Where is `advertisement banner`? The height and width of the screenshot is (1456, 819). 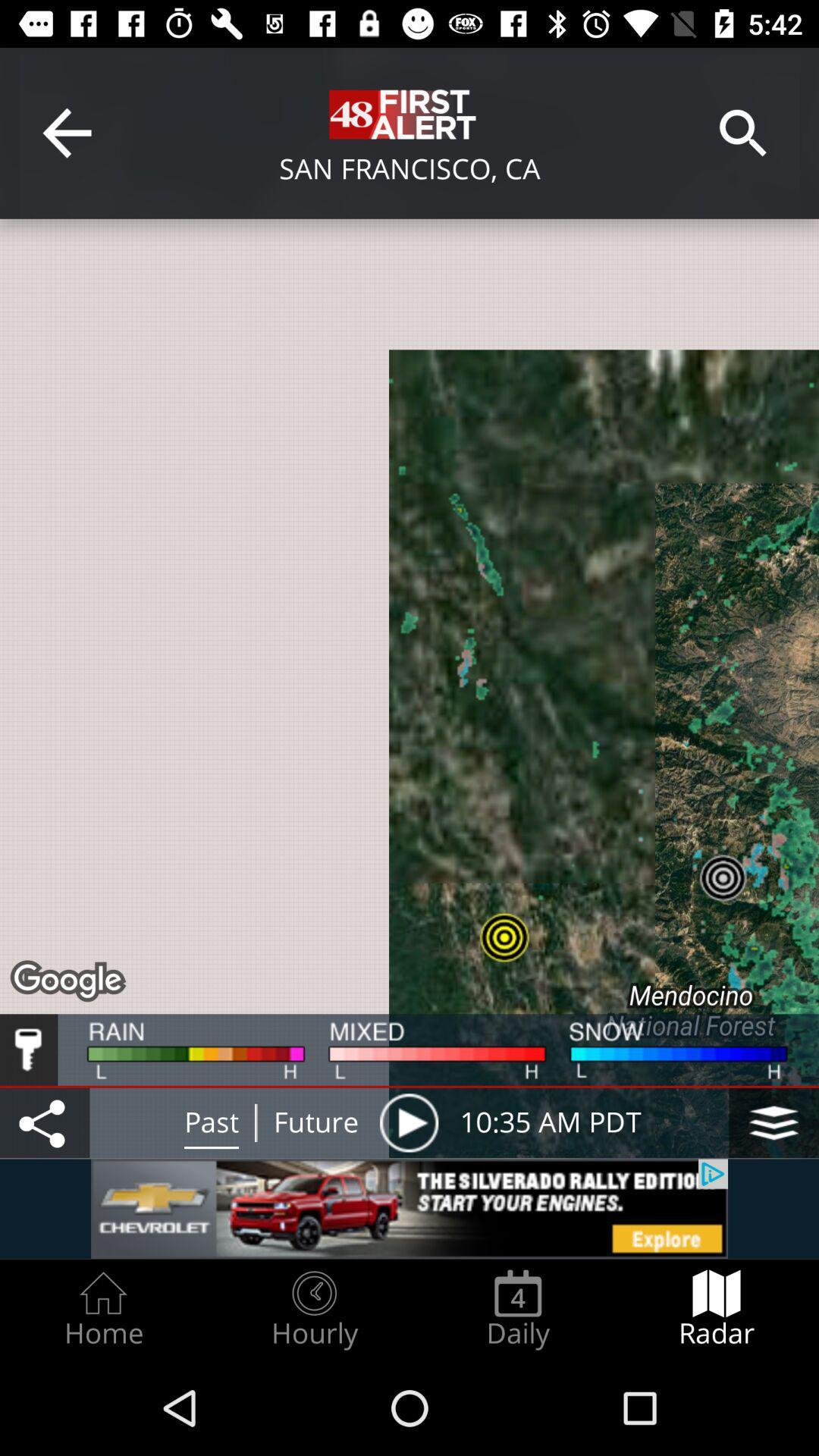 advertisement banner is located at coordinates (409, 1208).